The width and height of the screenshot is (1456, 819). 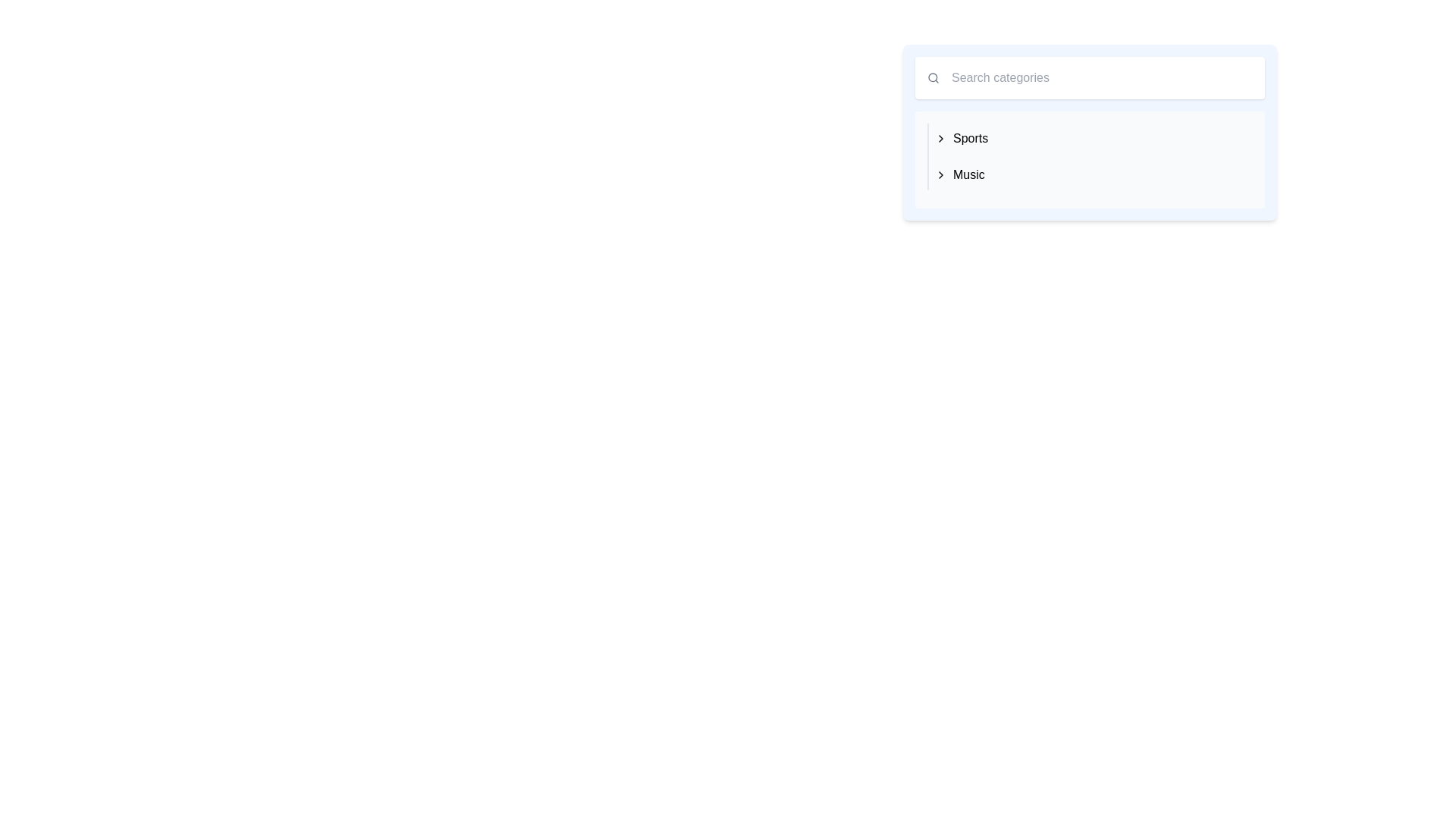 I want to click on the 'Sports' clickable menu item located in the left part of the vertical list menu, positioned above the 'Music' item, for keyboard accessibility, so click(x=961, y=138).